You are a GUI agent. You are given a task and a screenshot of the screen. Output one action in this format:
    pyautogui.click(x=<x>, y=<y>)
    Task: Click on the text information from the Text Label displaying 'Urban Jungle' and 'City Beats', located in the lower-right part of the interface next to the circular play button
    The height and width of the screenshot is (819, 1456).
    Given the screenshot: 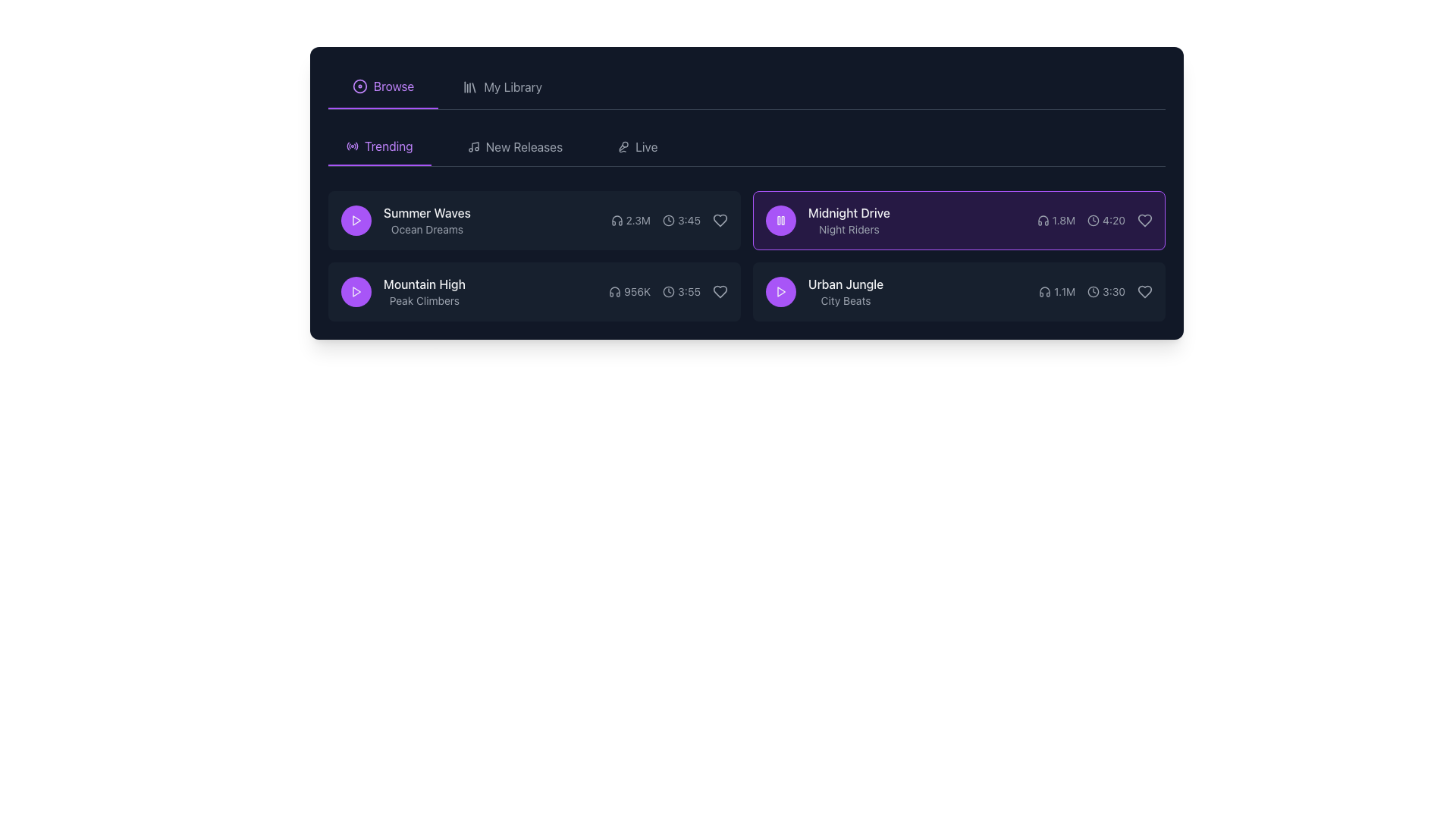 What is the action you would take?
    pyautogui.click(x=845, y=292)
    